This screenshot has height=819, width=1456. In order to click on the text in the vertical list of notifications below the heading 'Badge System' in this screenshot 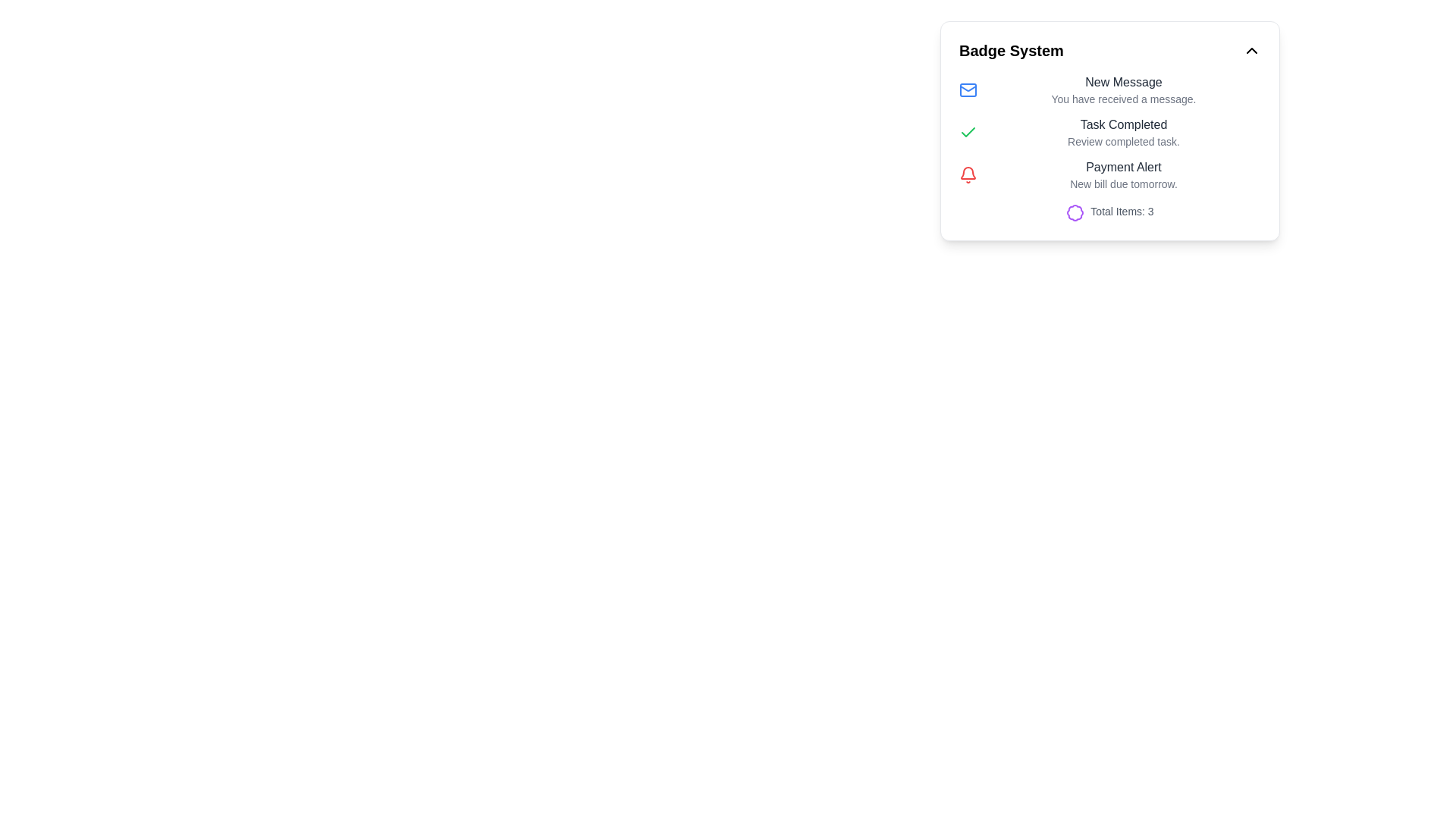, I will do `click(1110, 131)`.